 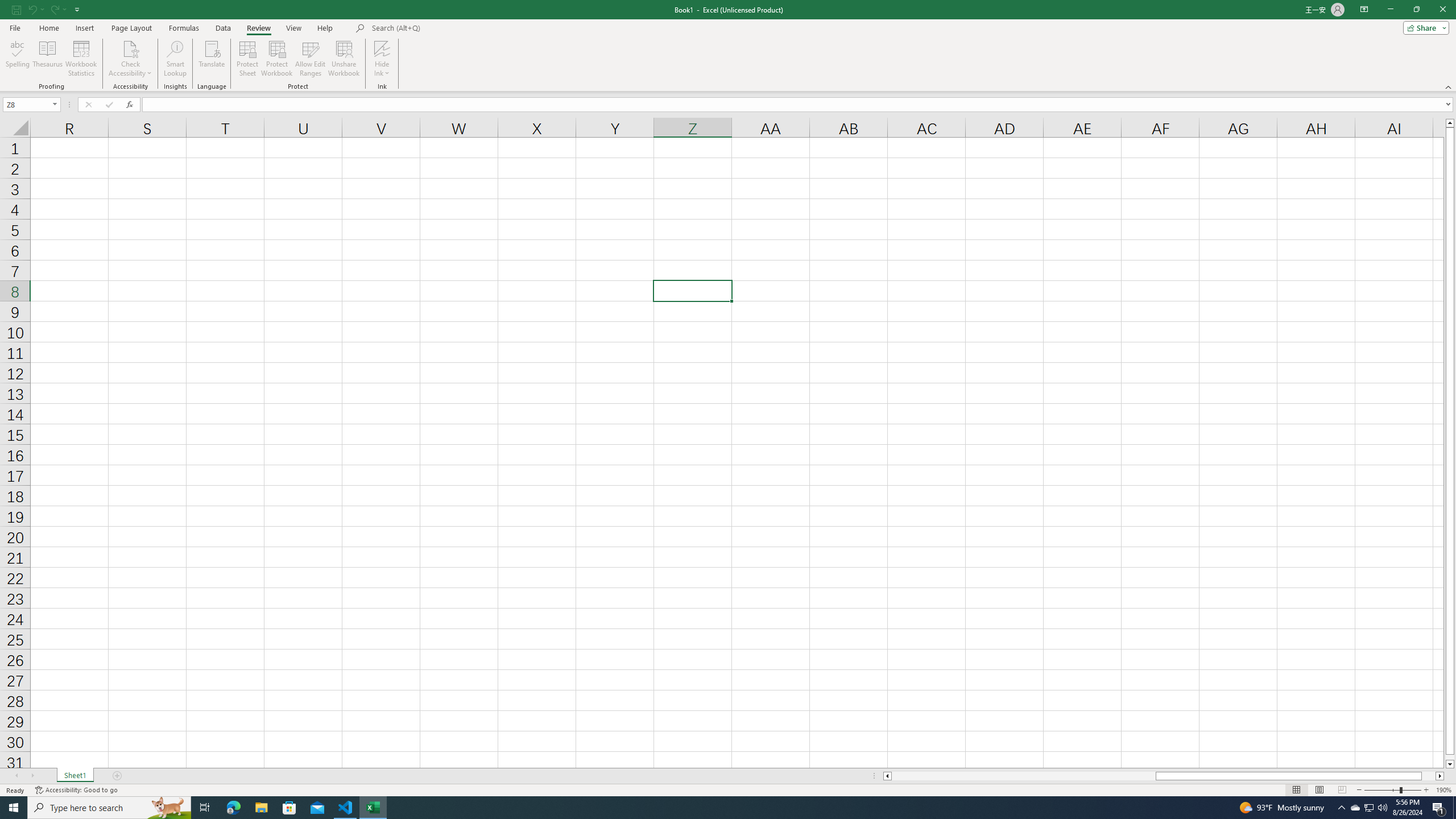 What do you see at coordinates (1023, 775) in the screenshot?
I see `'Page left'` at bounding box center [1023, 775].